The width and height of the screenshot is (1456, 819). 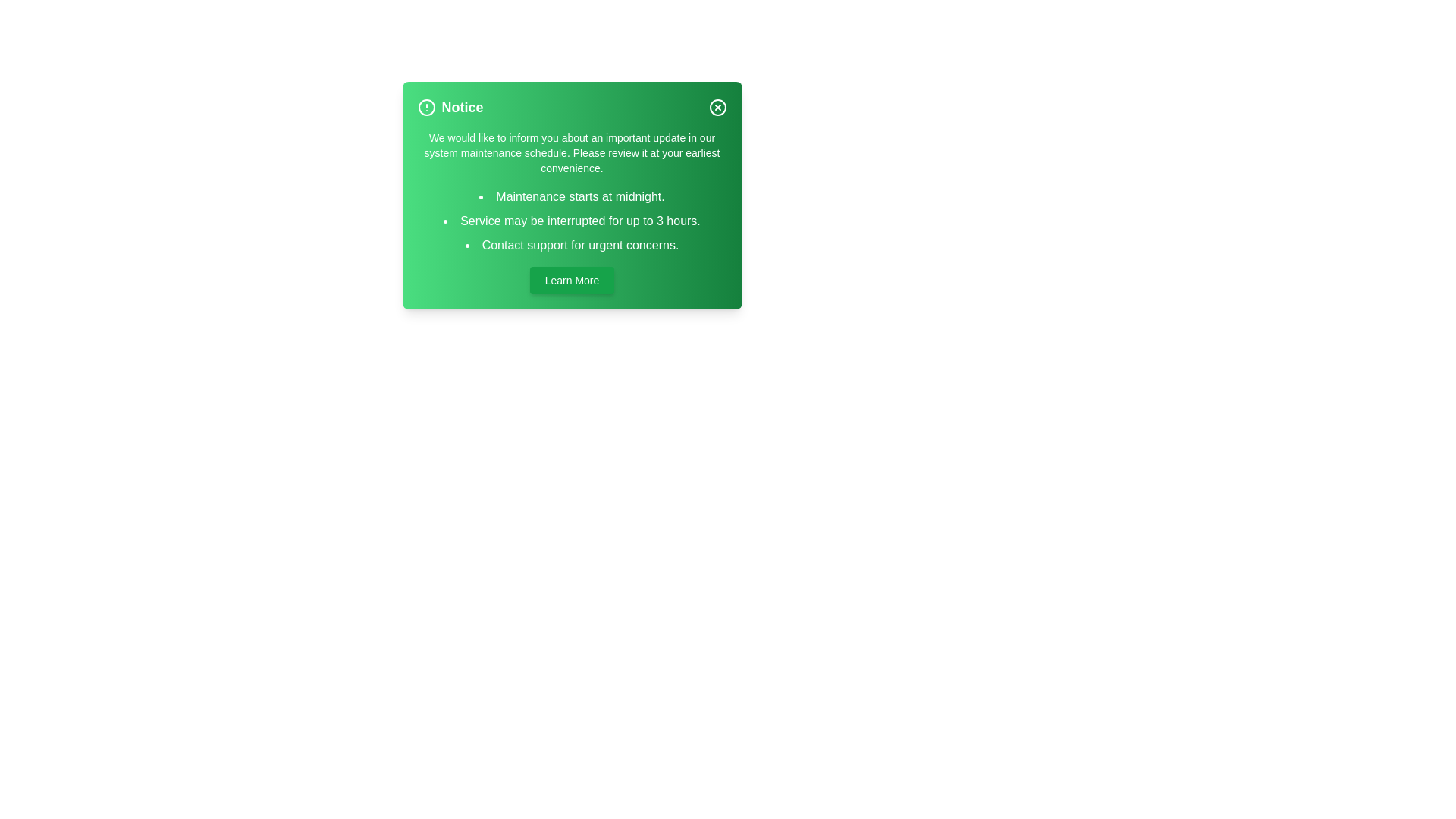 What do you see at coordinates (717, 107) in the screenshot?
I see `the circular close button with an 'X' inside, located in the top-right corner of the green notification box labeled 'Notice'` at bounding box center [717, 107].